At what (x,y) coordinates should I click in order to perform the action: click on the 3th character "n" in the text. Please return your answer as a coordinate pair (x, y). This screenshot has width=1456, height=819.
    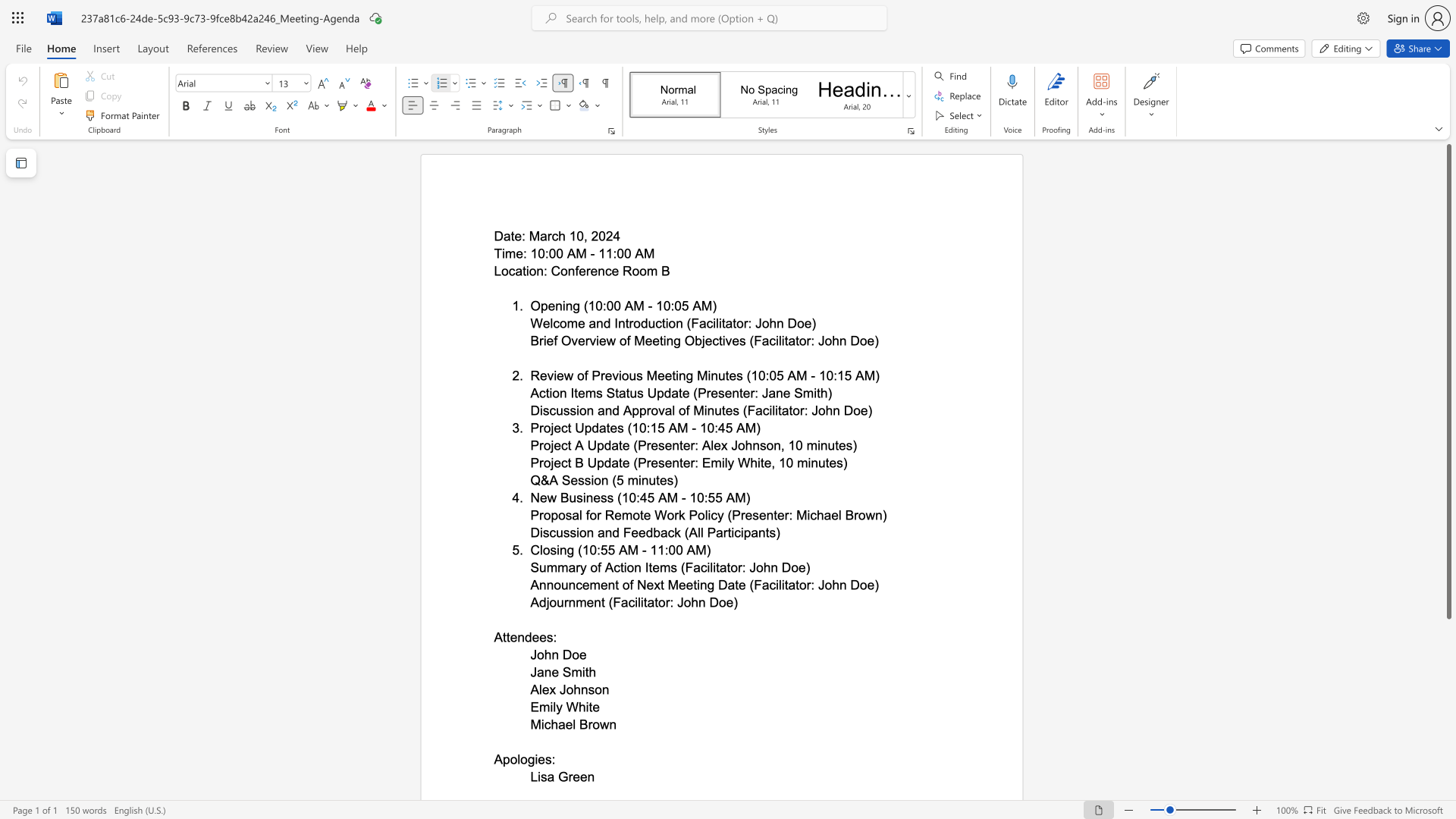
    Looking at the image, I should click on (710, 410).